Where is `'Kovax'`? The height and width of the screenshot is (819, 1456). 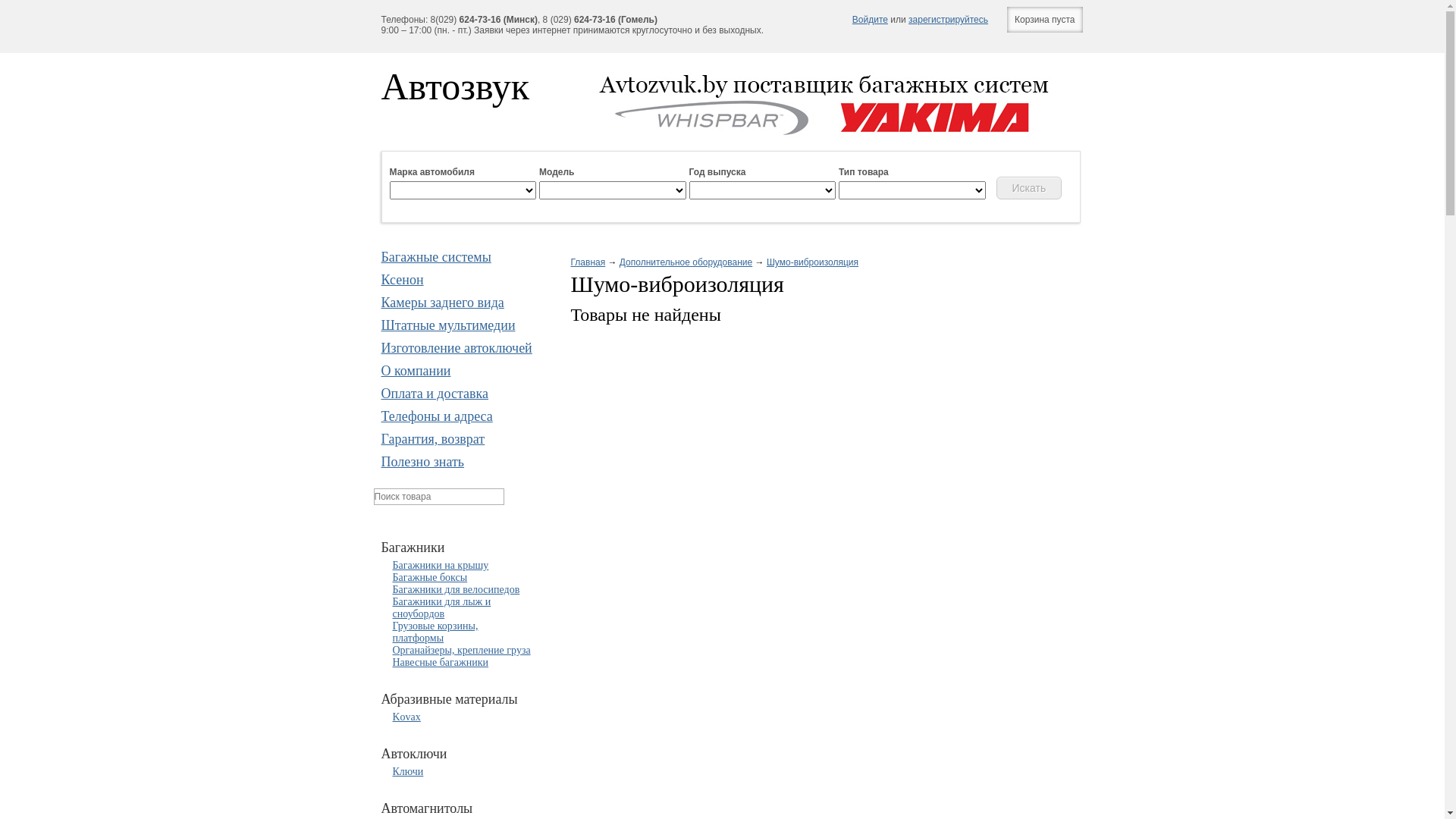 'Kovax' is located at coordinates (406, 717).